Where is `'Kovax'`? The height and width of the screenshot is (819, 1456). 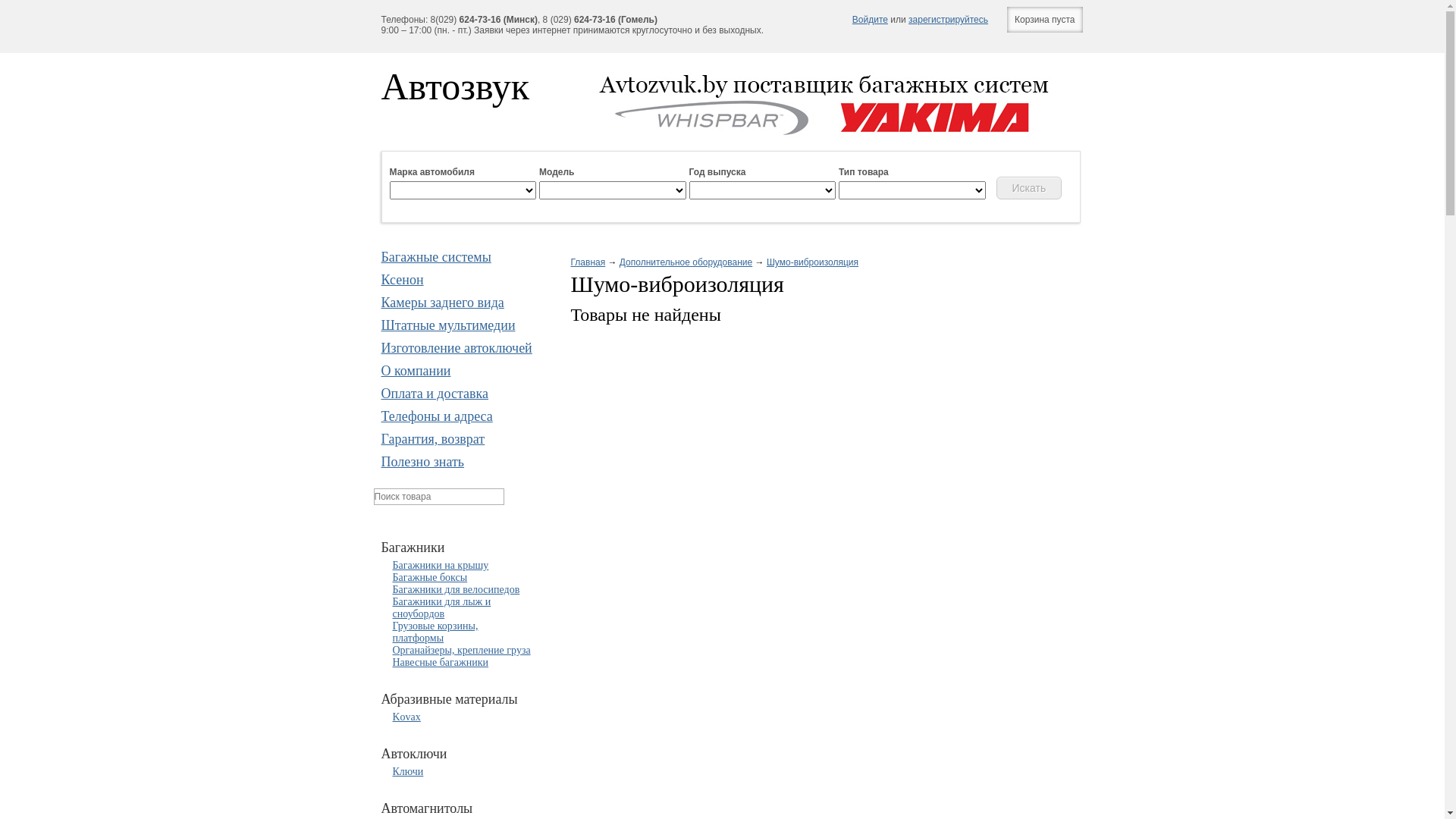 'Kovax' is located at coordinates (406, 717).